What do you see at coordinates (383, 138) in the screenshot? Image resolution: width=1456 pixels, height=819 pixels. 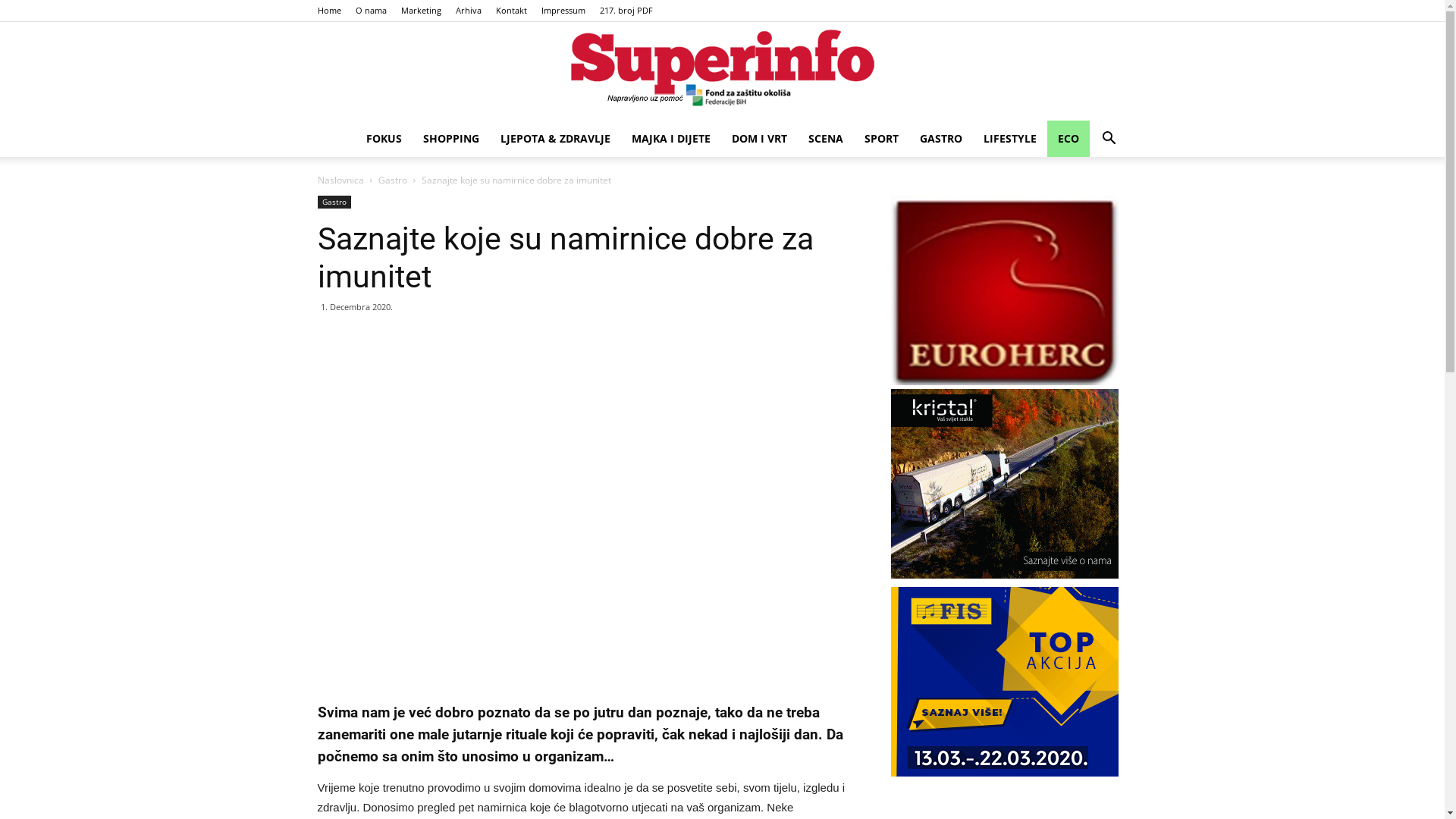 I see `'FOKUS'` at bounding box center [383, 138].